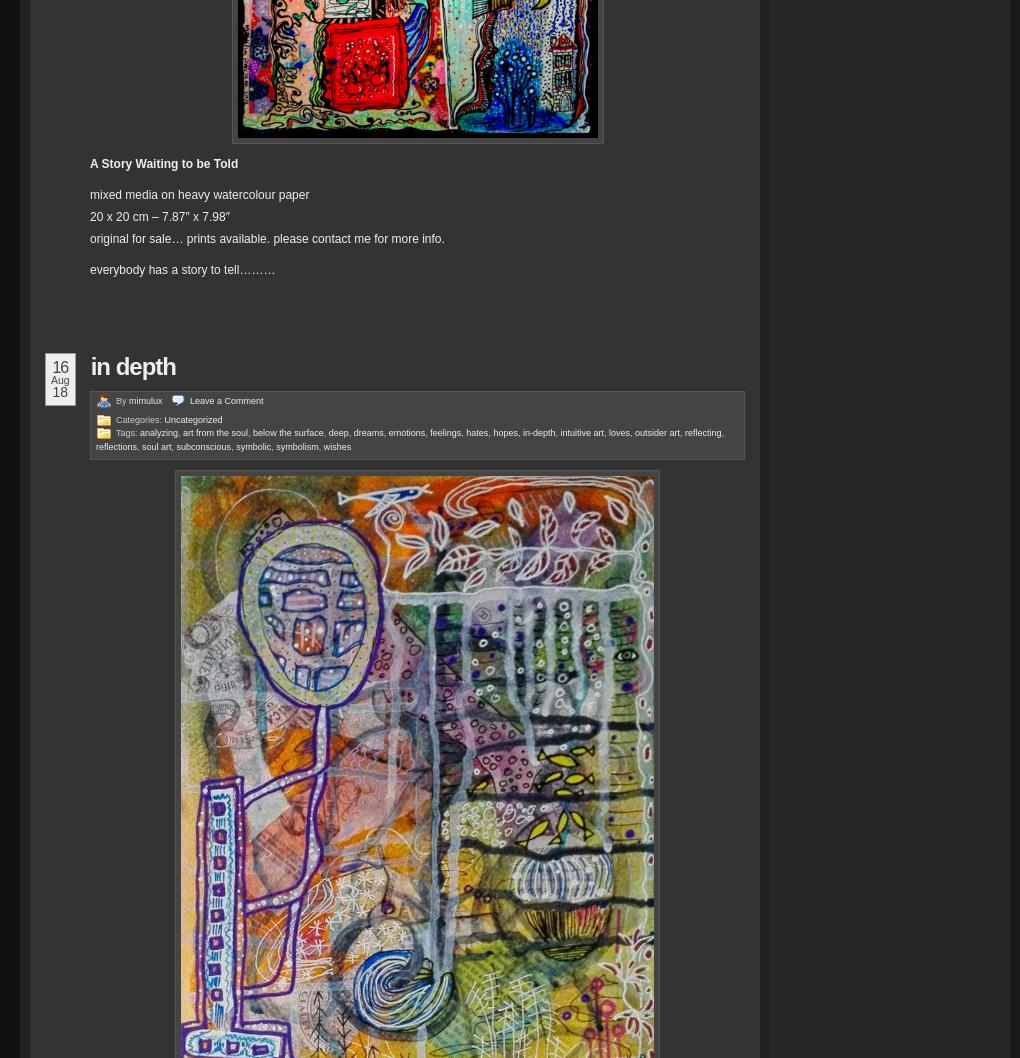 Image resolution: width=1020 pixels, height=1058 pixels. What do you see at coordinates (338, 433) in the screenshot?
I see `'deep'` at bounding box center [338, 433].